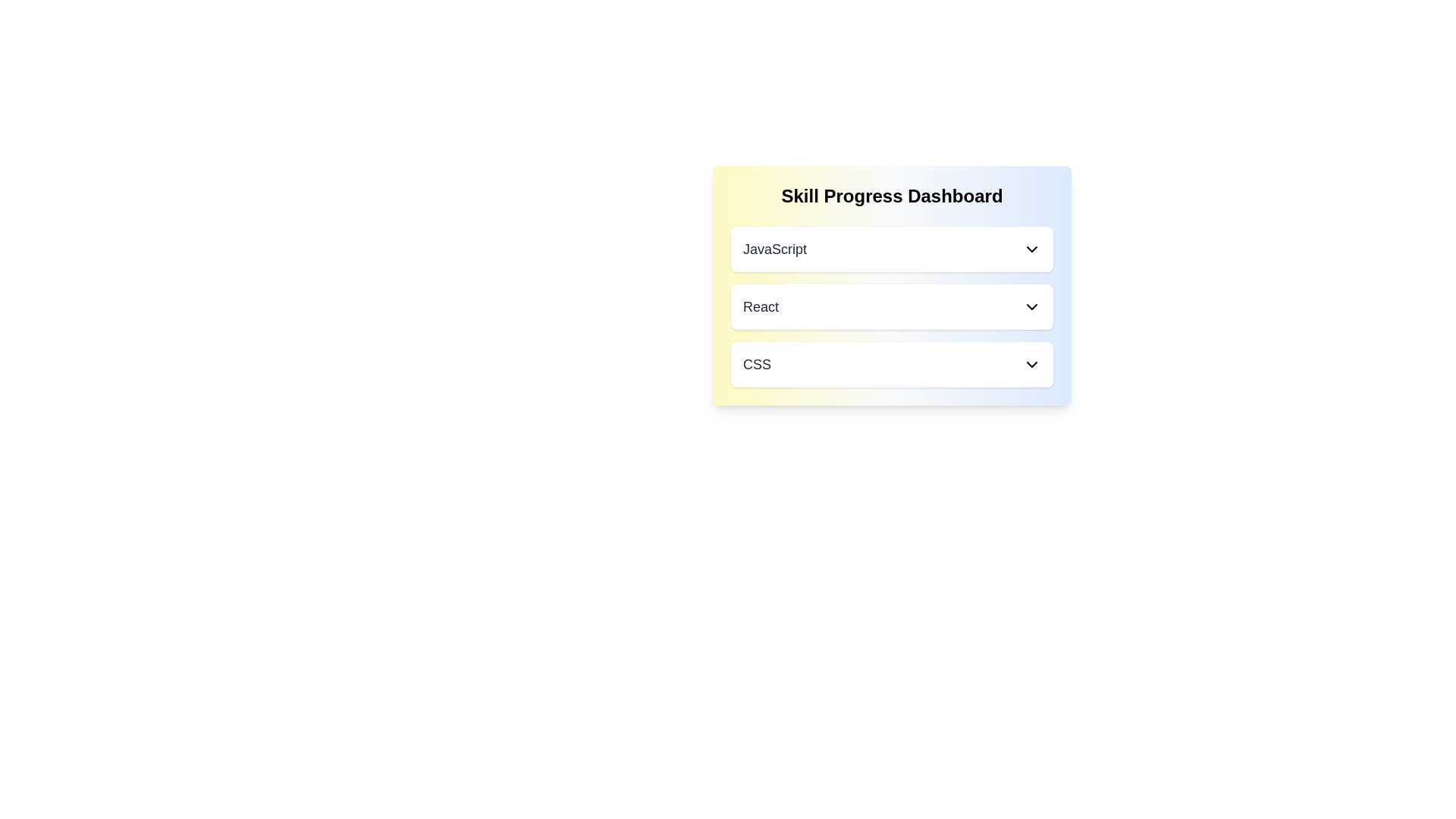 The image size is (1456, 819). I want to click on the dropdown icon to the right of the text 'React' in the second row of the 'Skill Progress Dashboard' interface to interact programmatically, so click(1031, 307).